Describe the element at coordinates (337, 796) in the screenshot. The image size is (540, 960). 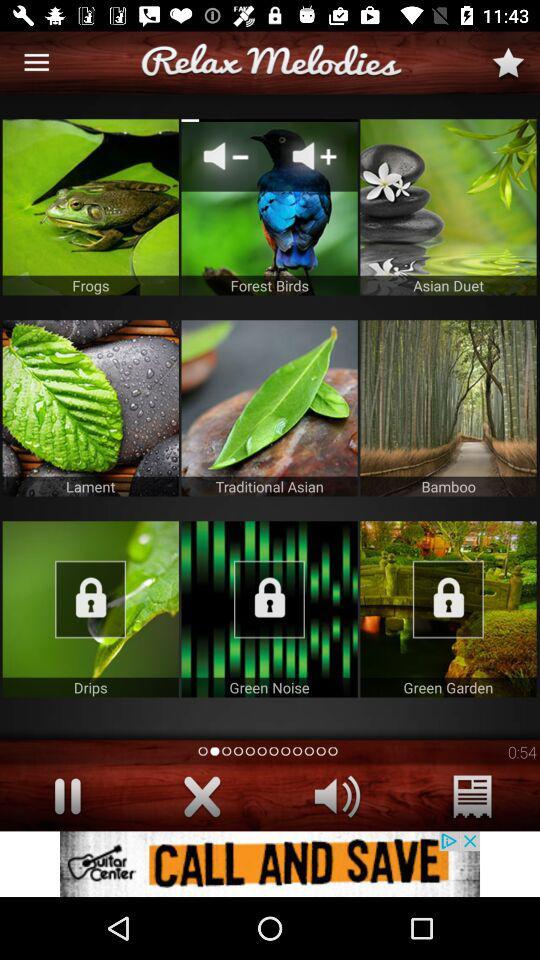
I see `the volume icon` at that location.